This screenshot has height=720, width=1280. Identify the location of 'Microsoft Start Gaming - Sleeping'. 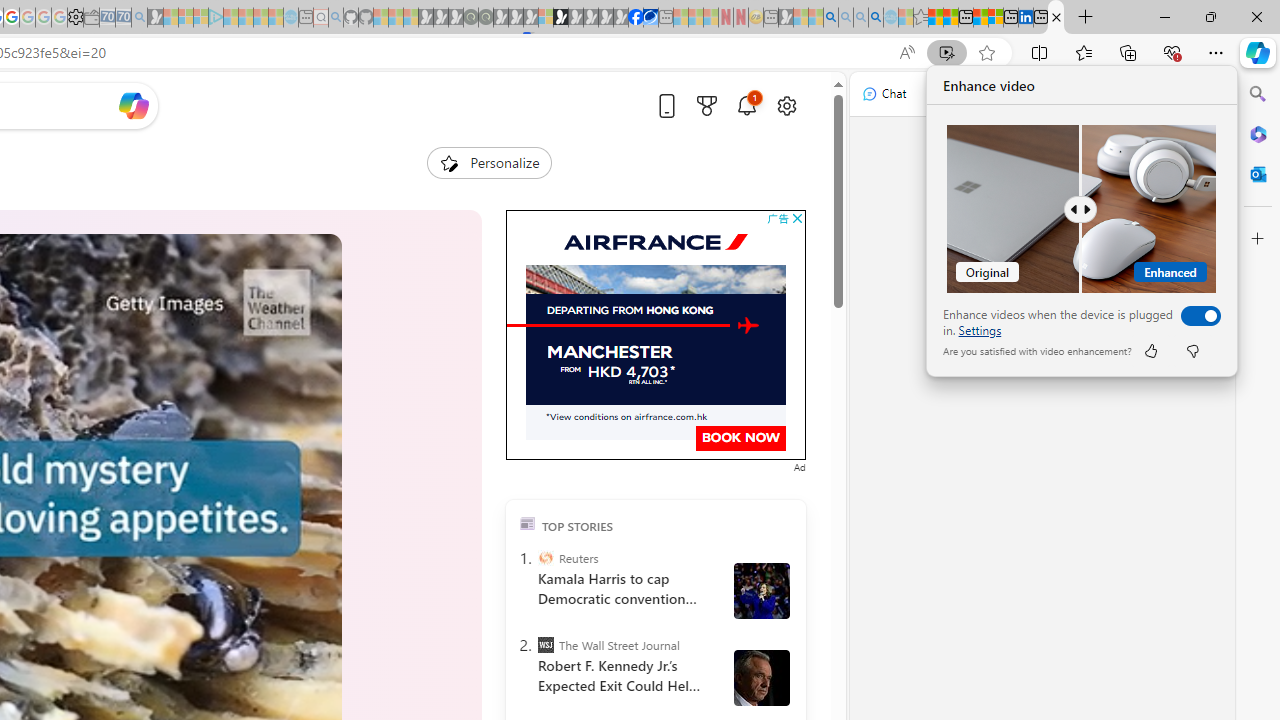
(154, 17).